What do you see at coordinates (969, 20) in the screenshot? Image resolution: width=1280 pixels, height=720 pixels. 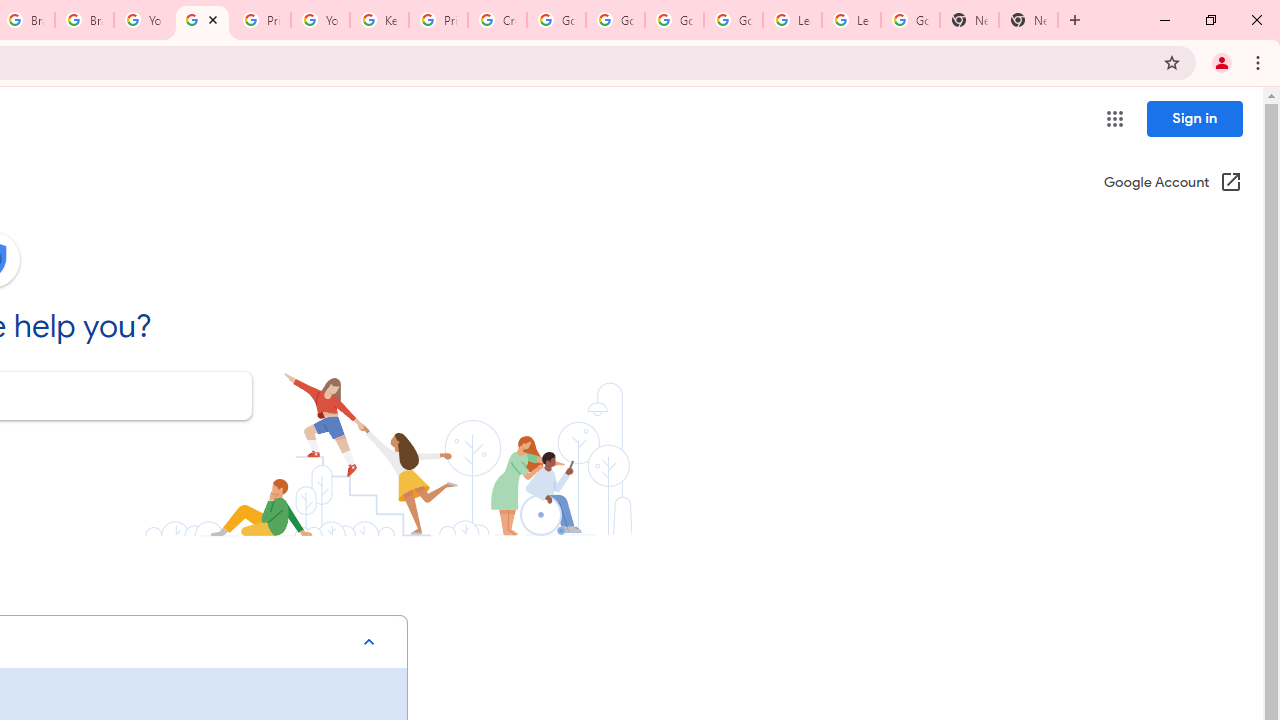 I see `'New Tab'` at bounding box center [969, 20].